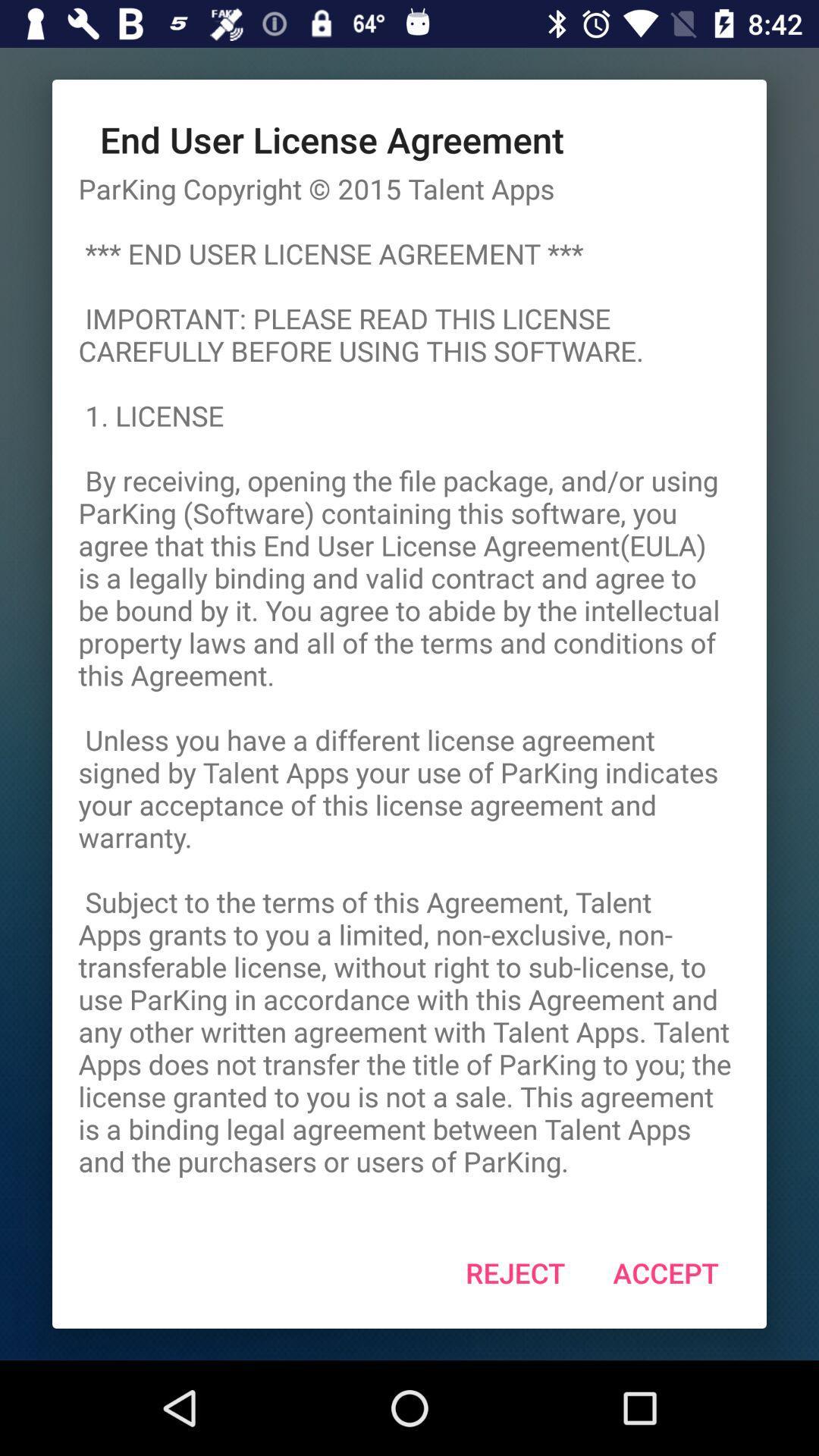 This screenshot has height=1456, width=819. Describe the element at coordinates (665, 1272) in the screenshot. I see `icon below the parking copyright 2015 item` at that location.